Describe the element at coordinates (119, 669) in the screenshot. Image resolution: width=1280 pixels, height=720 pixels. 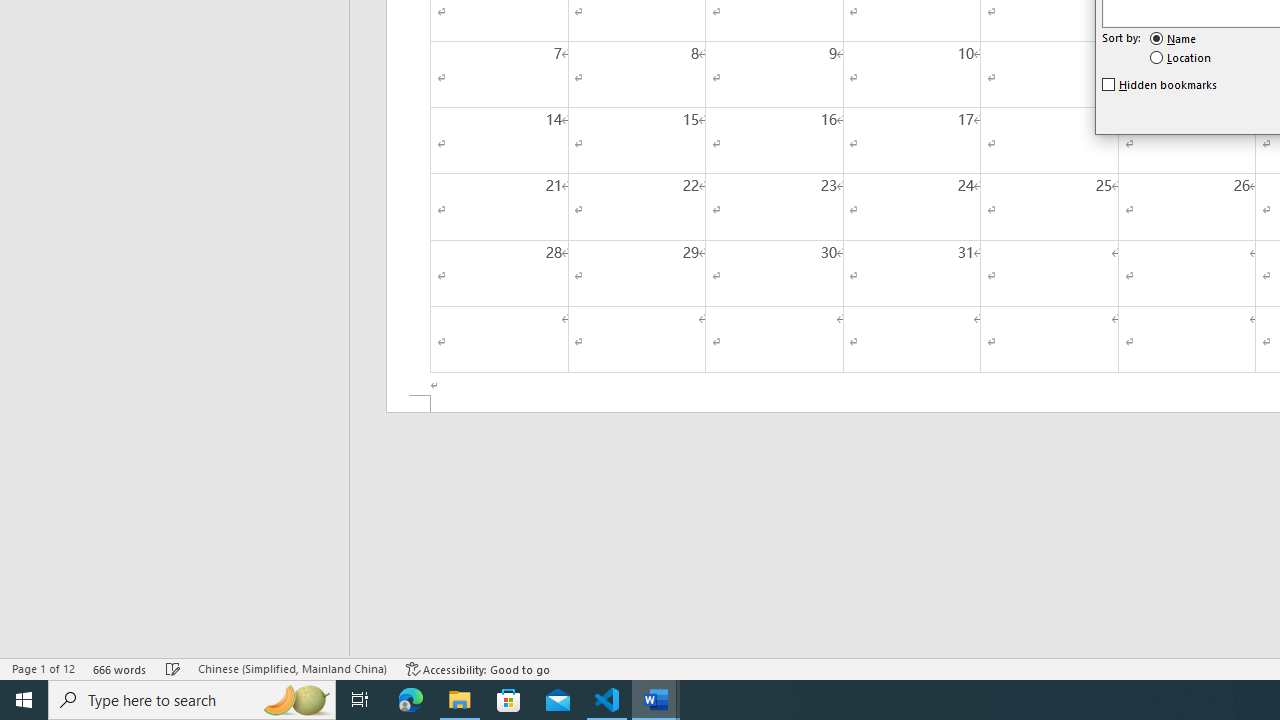
I see `'Word Count 666 words'` at that location.